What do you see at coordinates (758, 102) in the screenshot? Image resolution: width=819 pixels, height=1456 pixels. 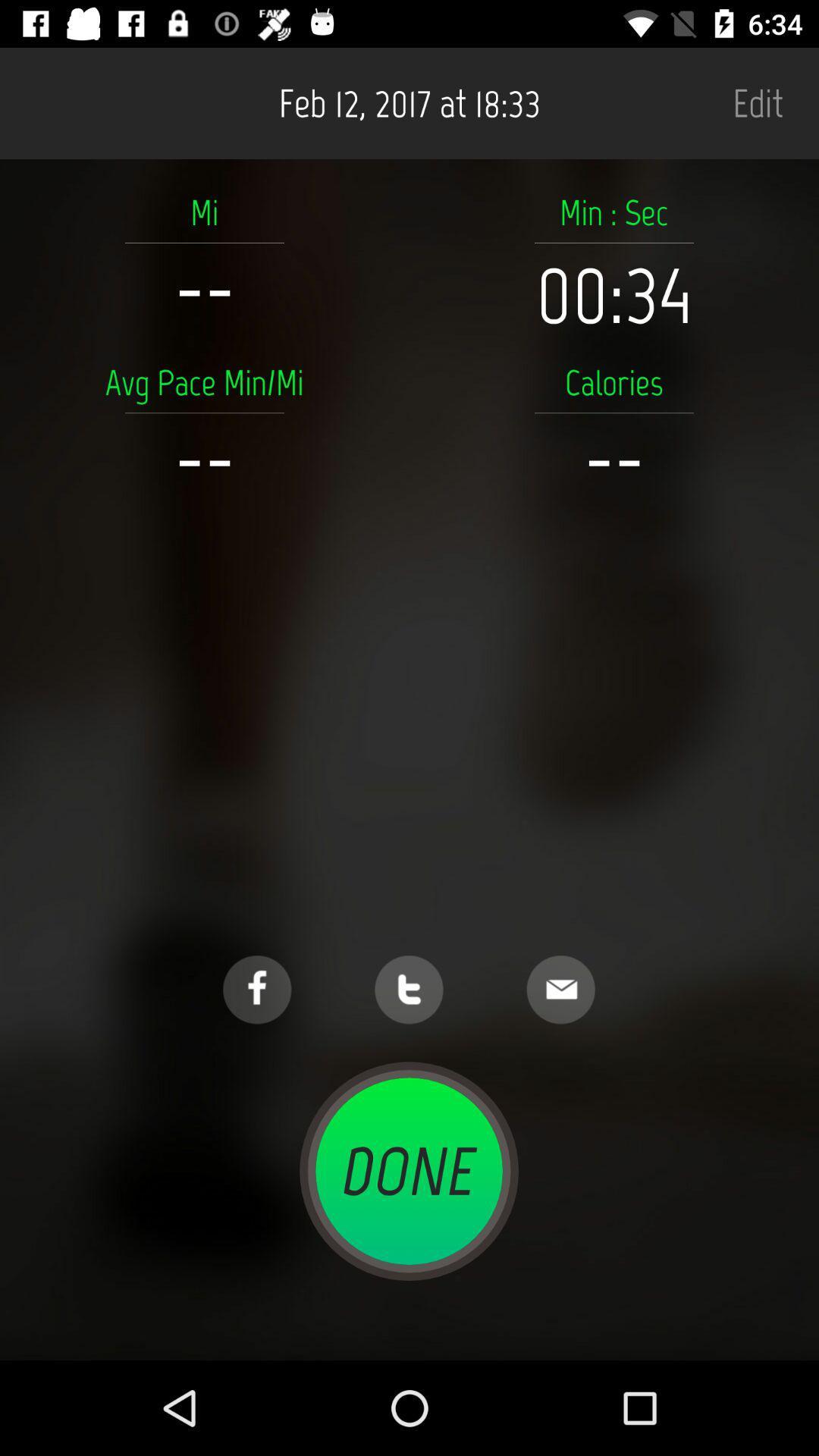 I see `edit icon` at bounding box center [758, 102].